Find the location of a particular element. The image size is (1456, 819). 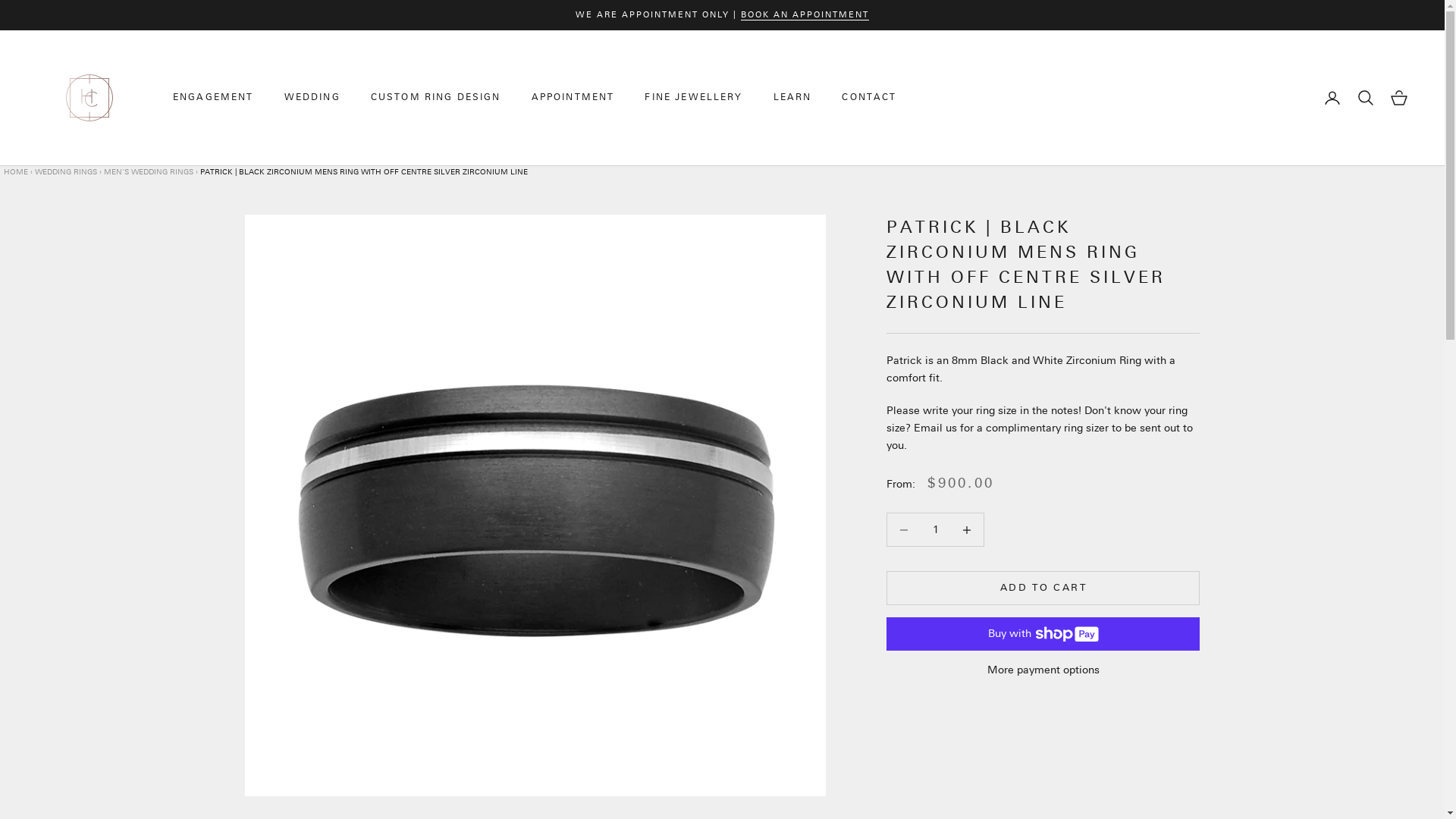

'Open account page' is located at coordinates (1331, 97).